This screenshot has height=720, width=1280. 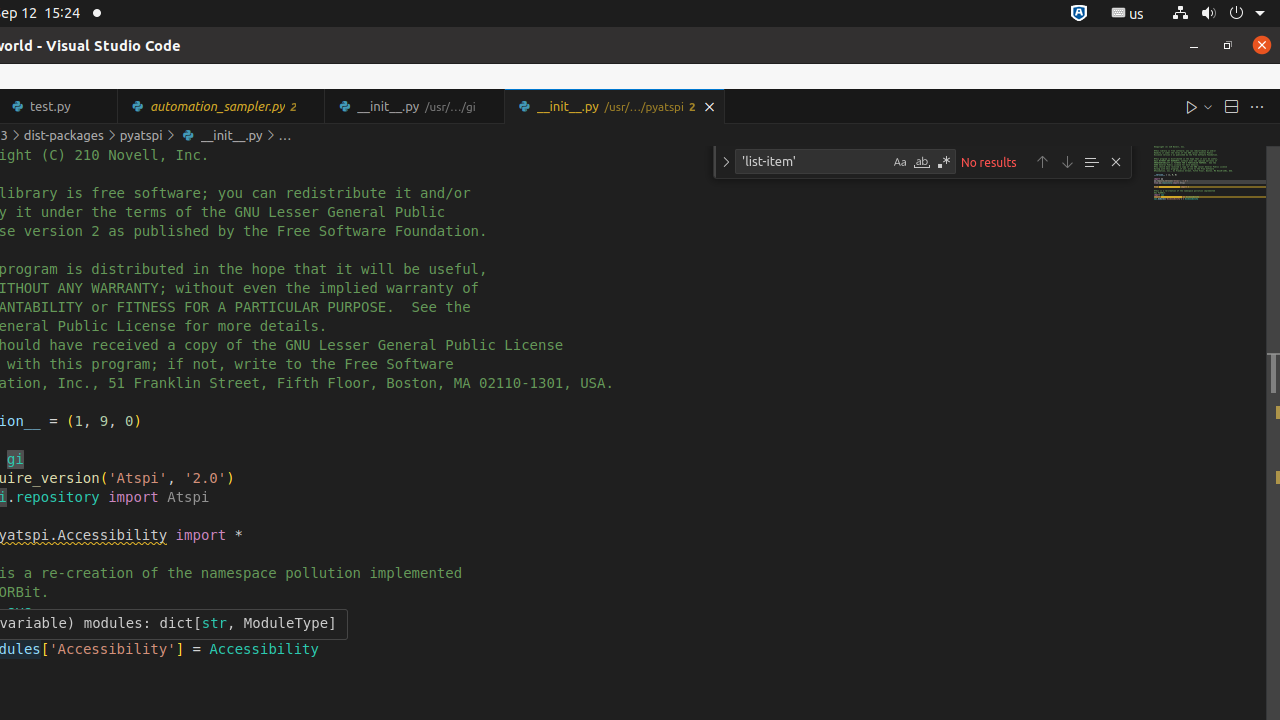 I want to click on 'Split Editor Down', so click(x=1229, y=106).